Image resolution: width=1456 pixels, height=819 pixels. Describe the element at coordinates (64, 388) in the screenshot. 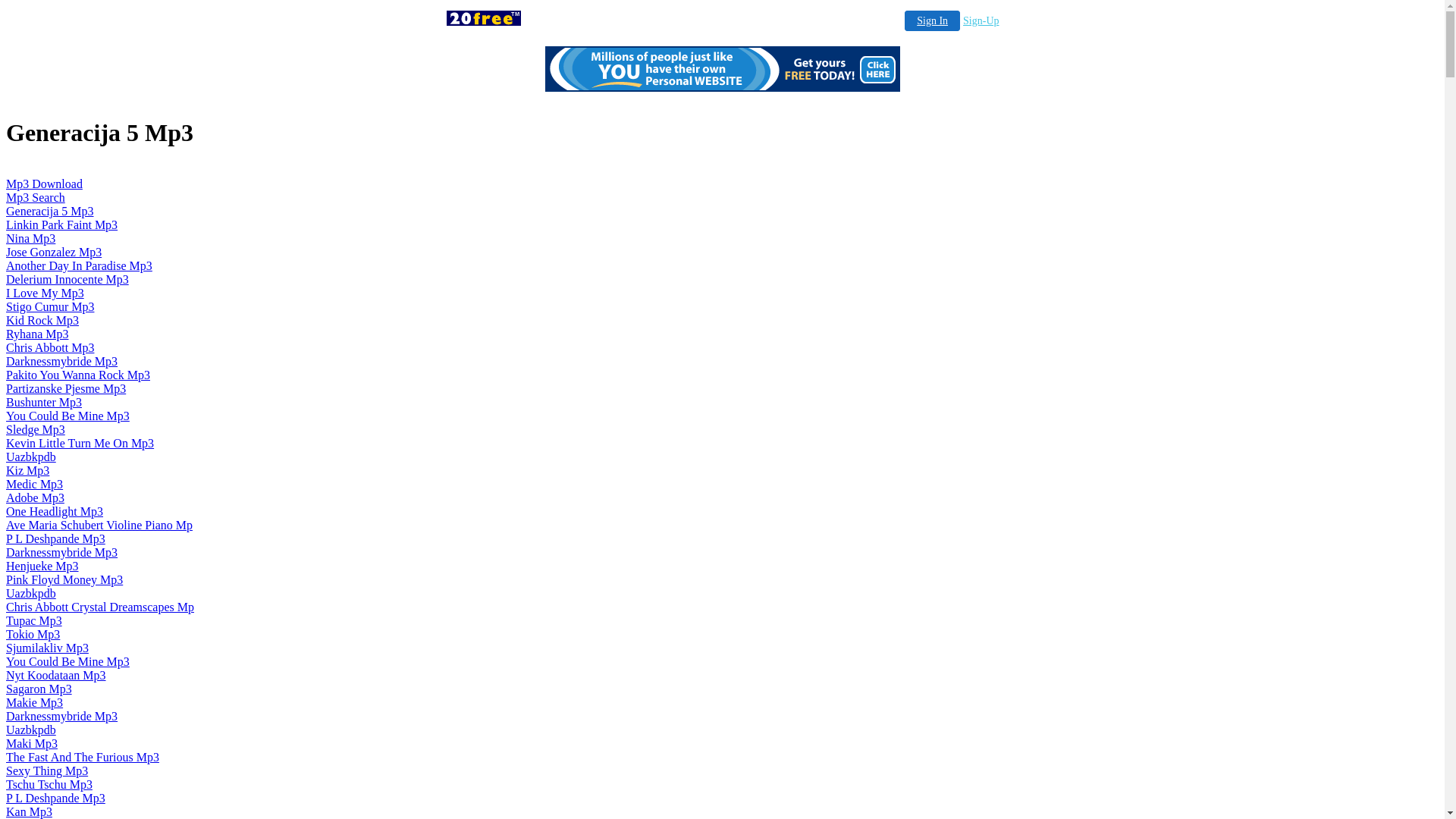

I see `'Partizanske Pjesme Mp3'` at that location.